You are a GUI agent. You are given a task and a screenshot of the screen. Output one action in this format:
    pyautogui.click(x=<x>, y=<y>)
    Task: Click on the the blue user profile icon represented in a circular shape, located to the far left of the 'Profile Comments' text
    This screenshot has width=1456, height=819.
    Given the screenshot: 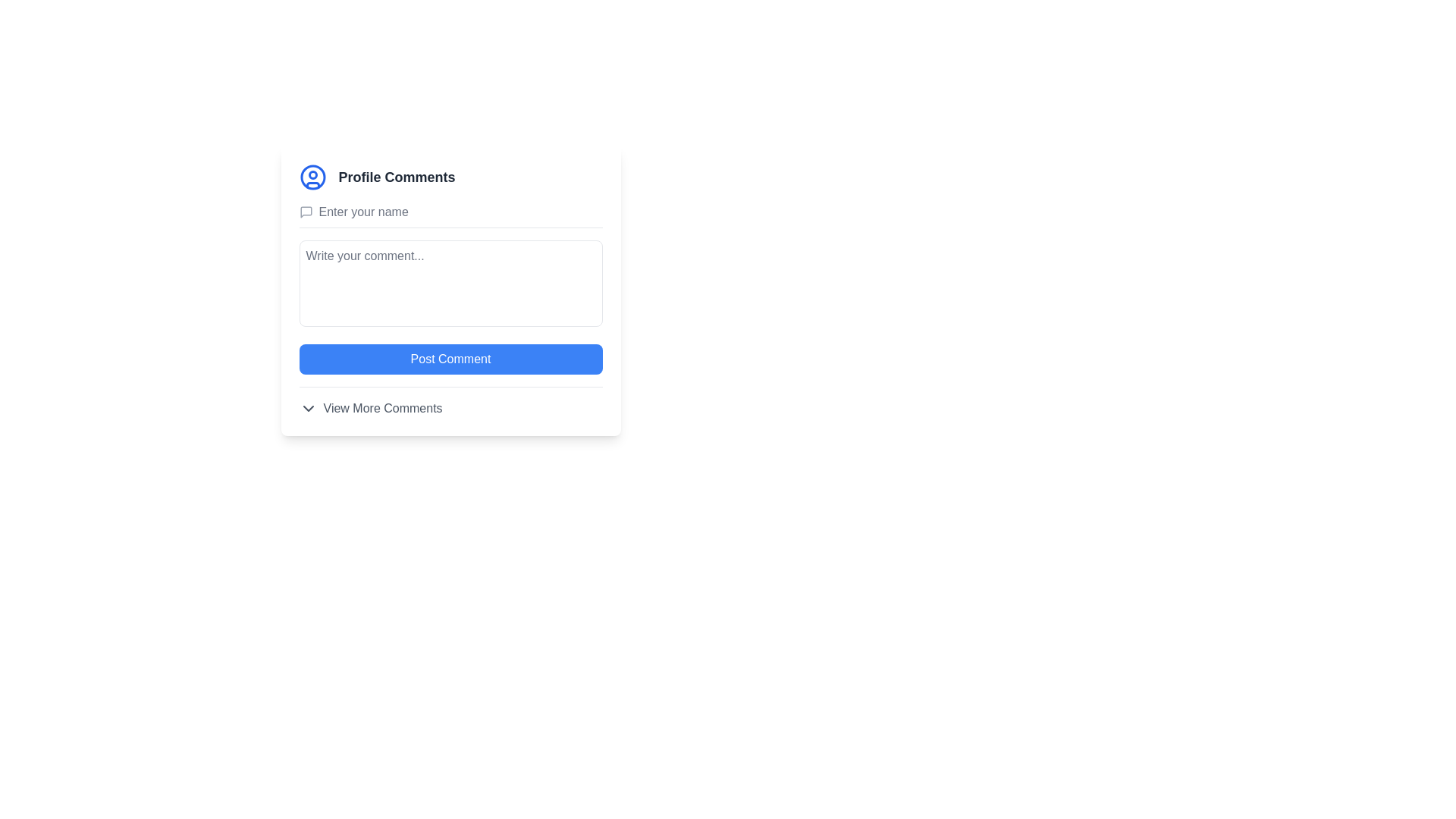 What is the action you would take?
    pyautogui.click(x=312, y=177)
    